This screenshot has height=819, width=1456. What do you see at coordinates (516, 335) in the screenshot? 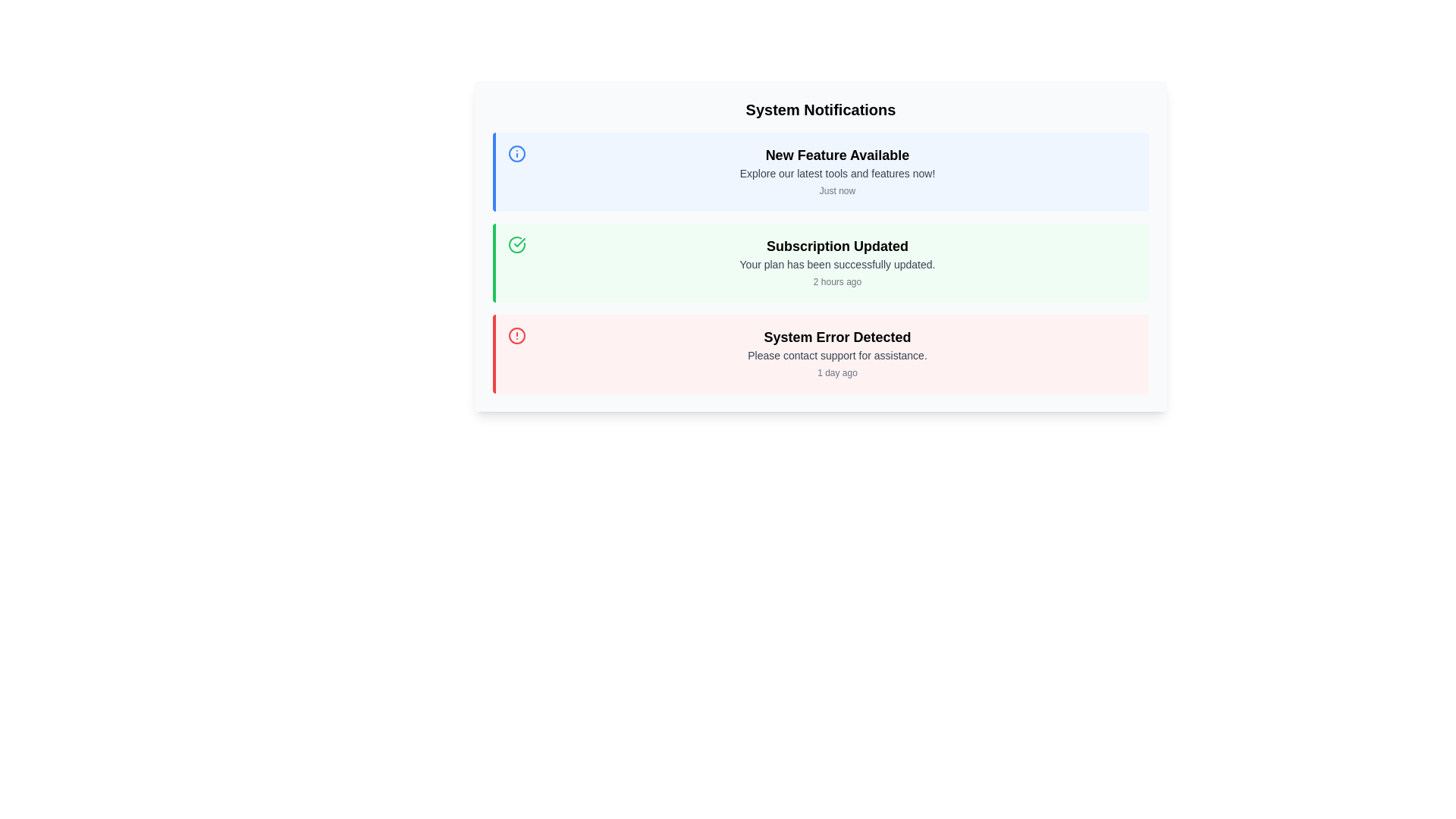
I see `the error alert icon located in the third notification box from the top, positioned on the left side` at bounding box center [516, 335].